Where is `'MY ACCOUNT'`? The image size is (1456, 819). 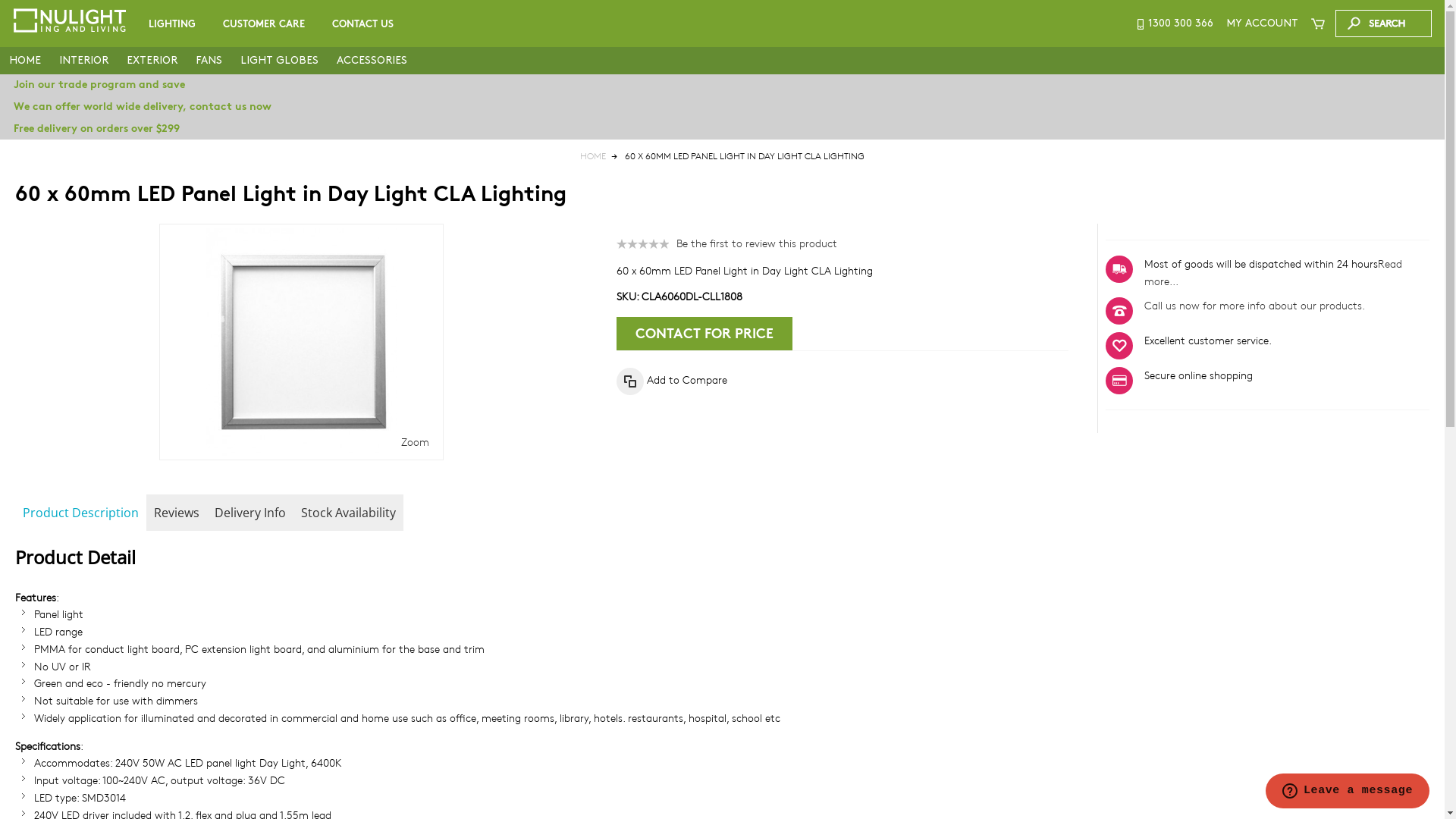
'MY ACCOUNT' is located at coordinates (1262, 23).